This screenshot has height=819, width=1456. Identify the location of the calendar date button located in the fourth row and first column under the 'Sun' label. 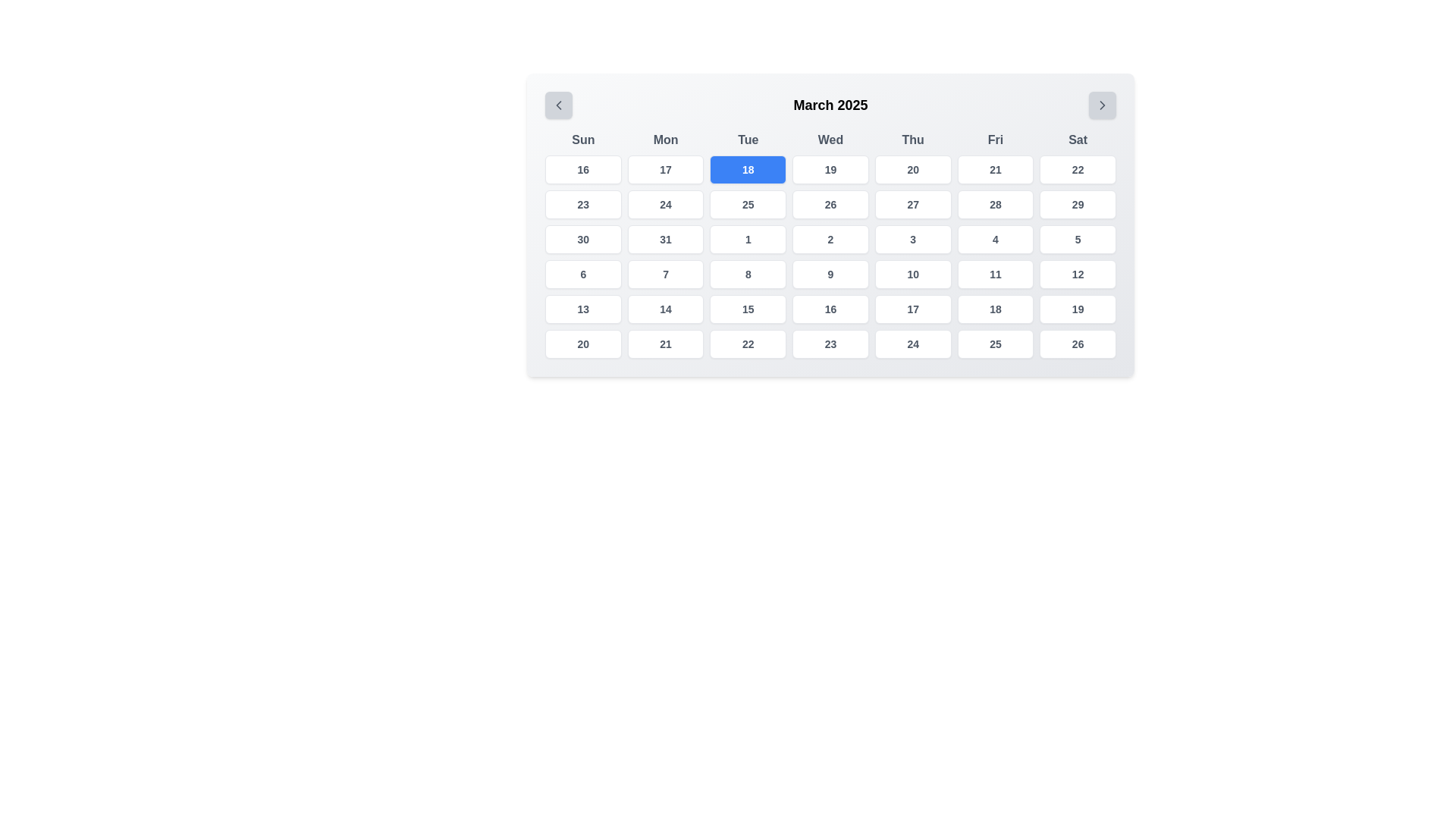
(582, 239).